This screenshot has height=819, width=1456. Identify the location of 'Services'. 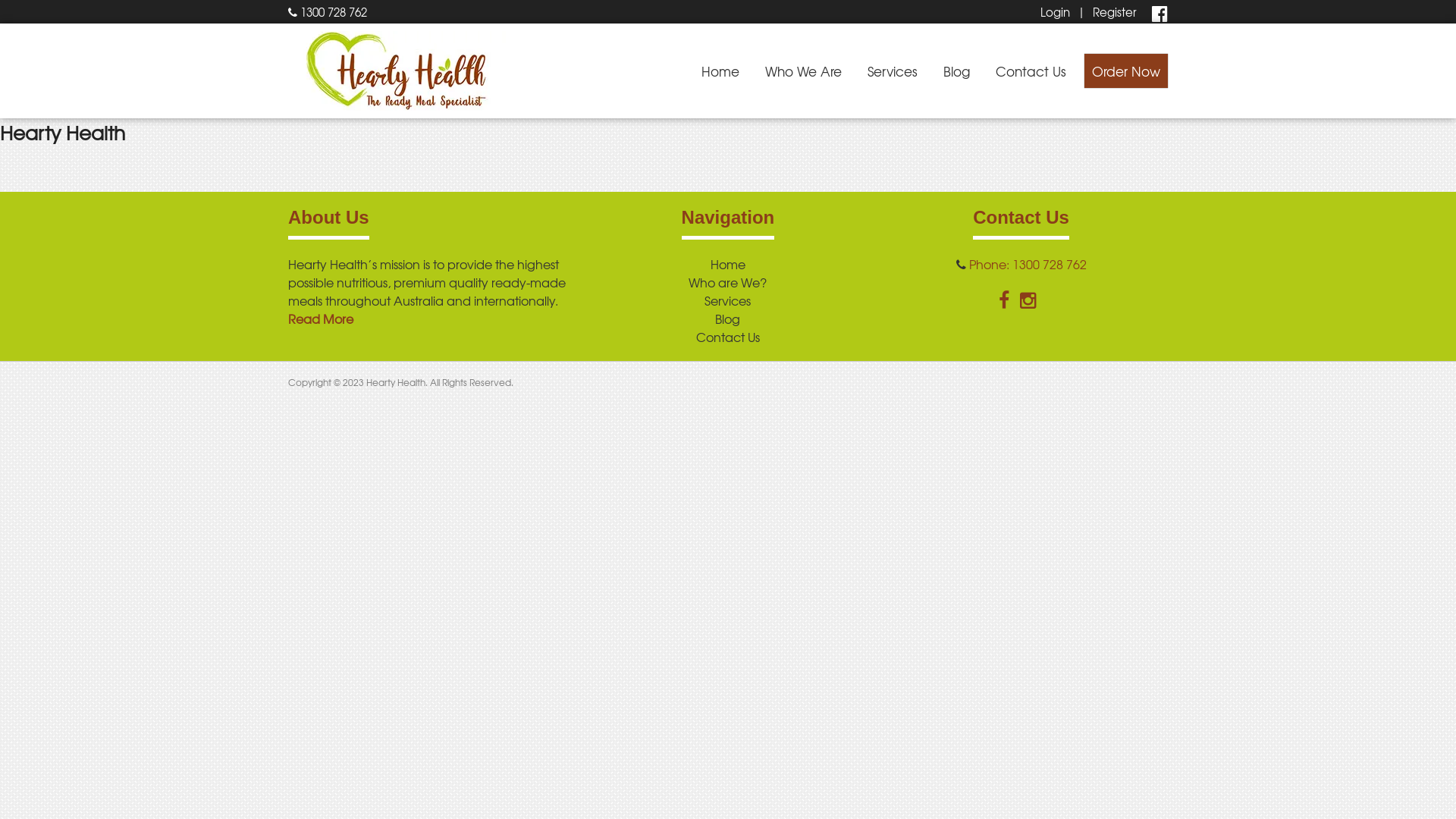
(726, 300).